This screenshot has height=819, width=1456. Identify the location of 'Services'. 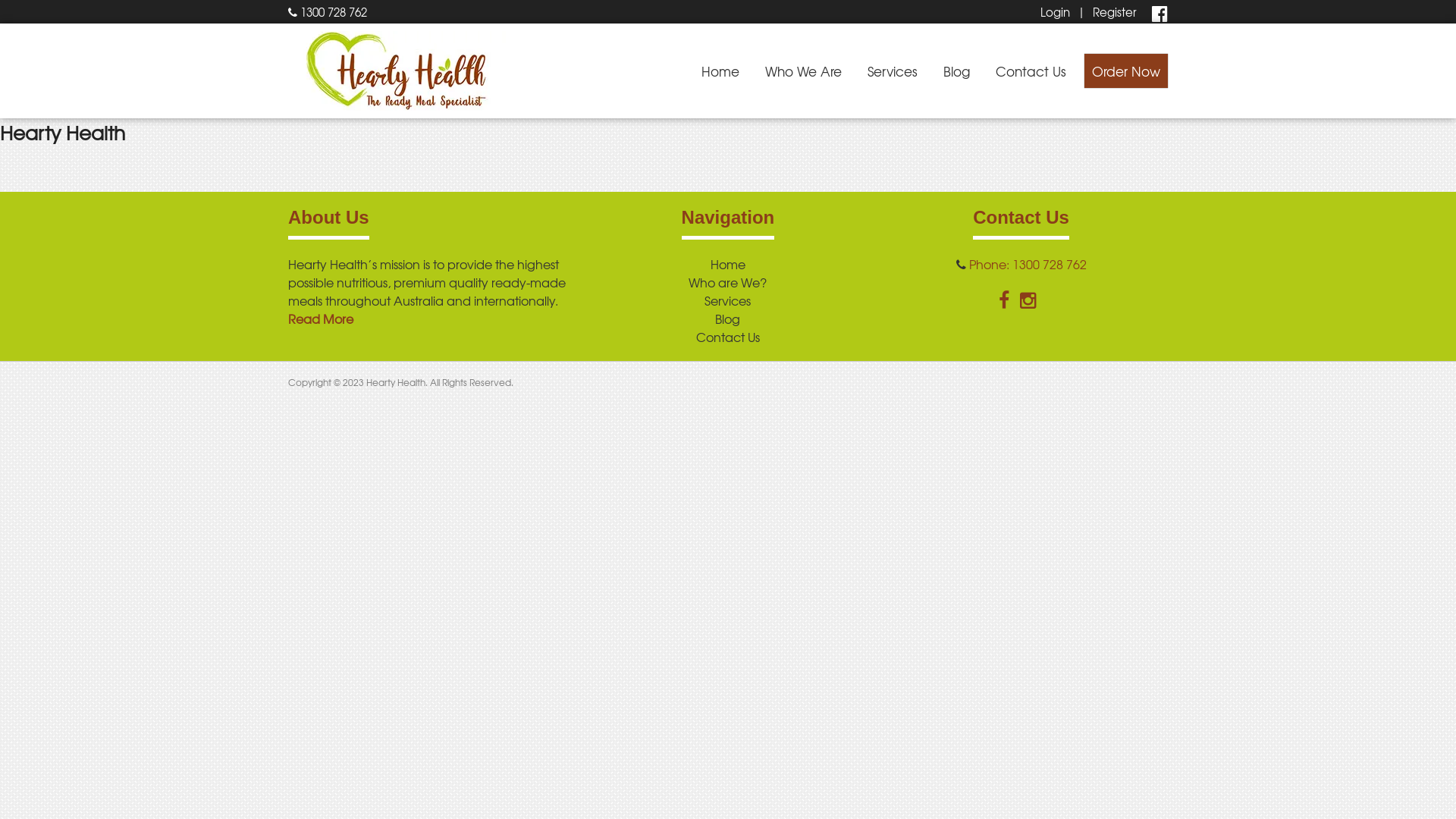
(726, 300).